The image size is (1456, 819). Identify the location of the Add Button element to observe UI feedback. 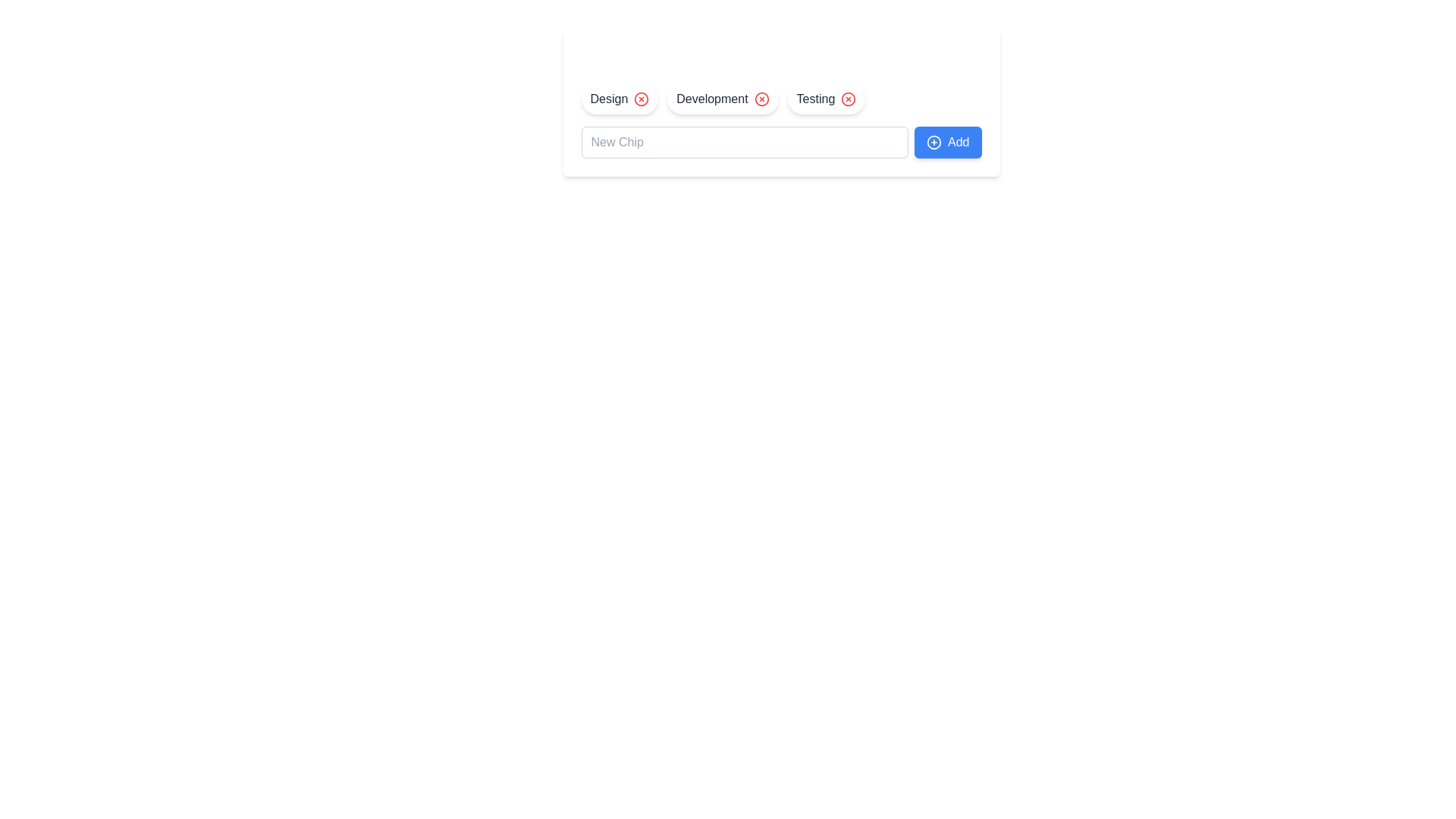
(947, 143).